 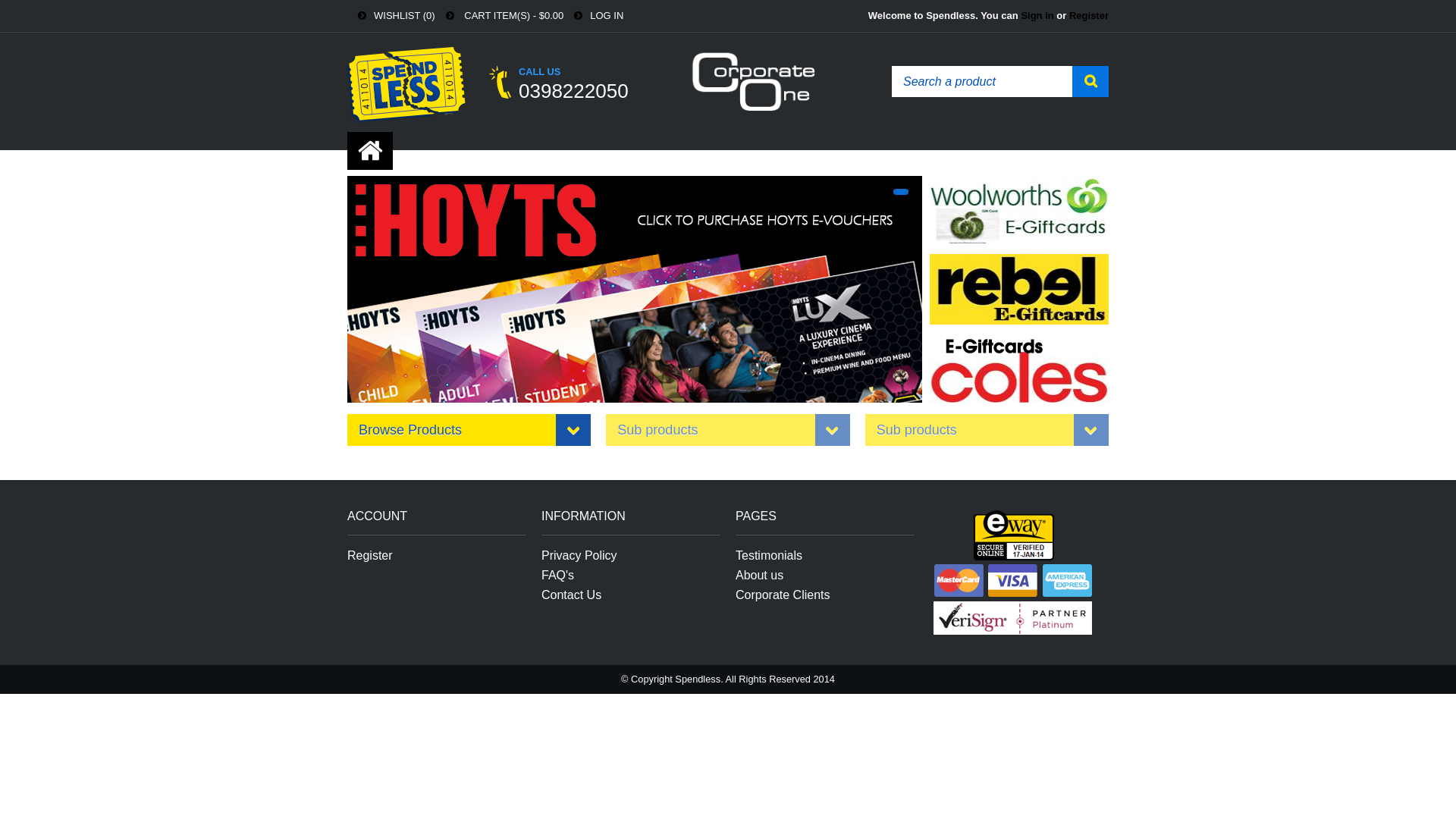 I want to click on 'Search', so click(x=1090, y=81).